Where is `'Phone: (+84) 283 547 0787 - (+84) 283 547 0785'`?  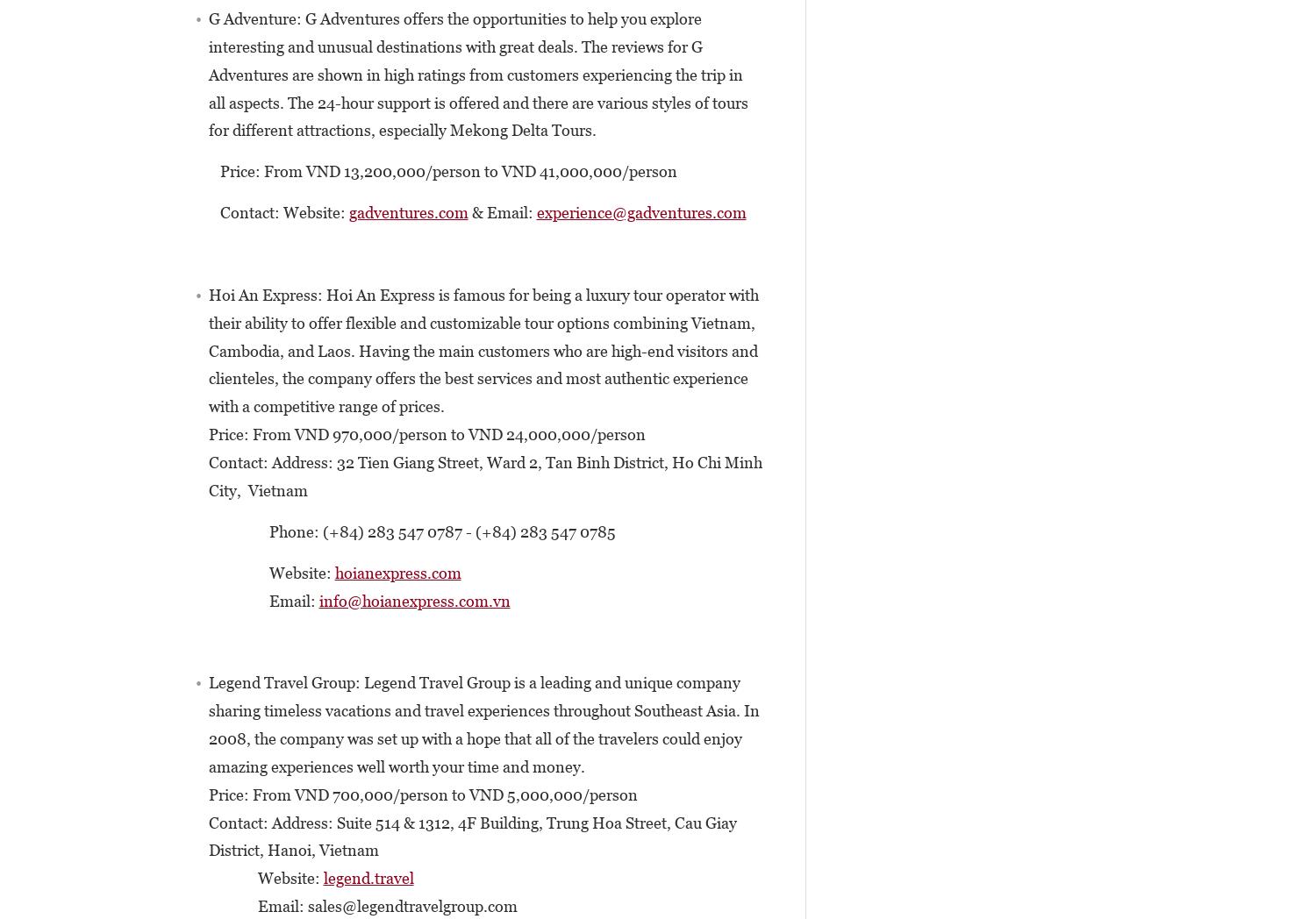
'Phone: (+84) 283 547 0787 - (+84) 283 547 0785' is located at coordinates (176, 531).